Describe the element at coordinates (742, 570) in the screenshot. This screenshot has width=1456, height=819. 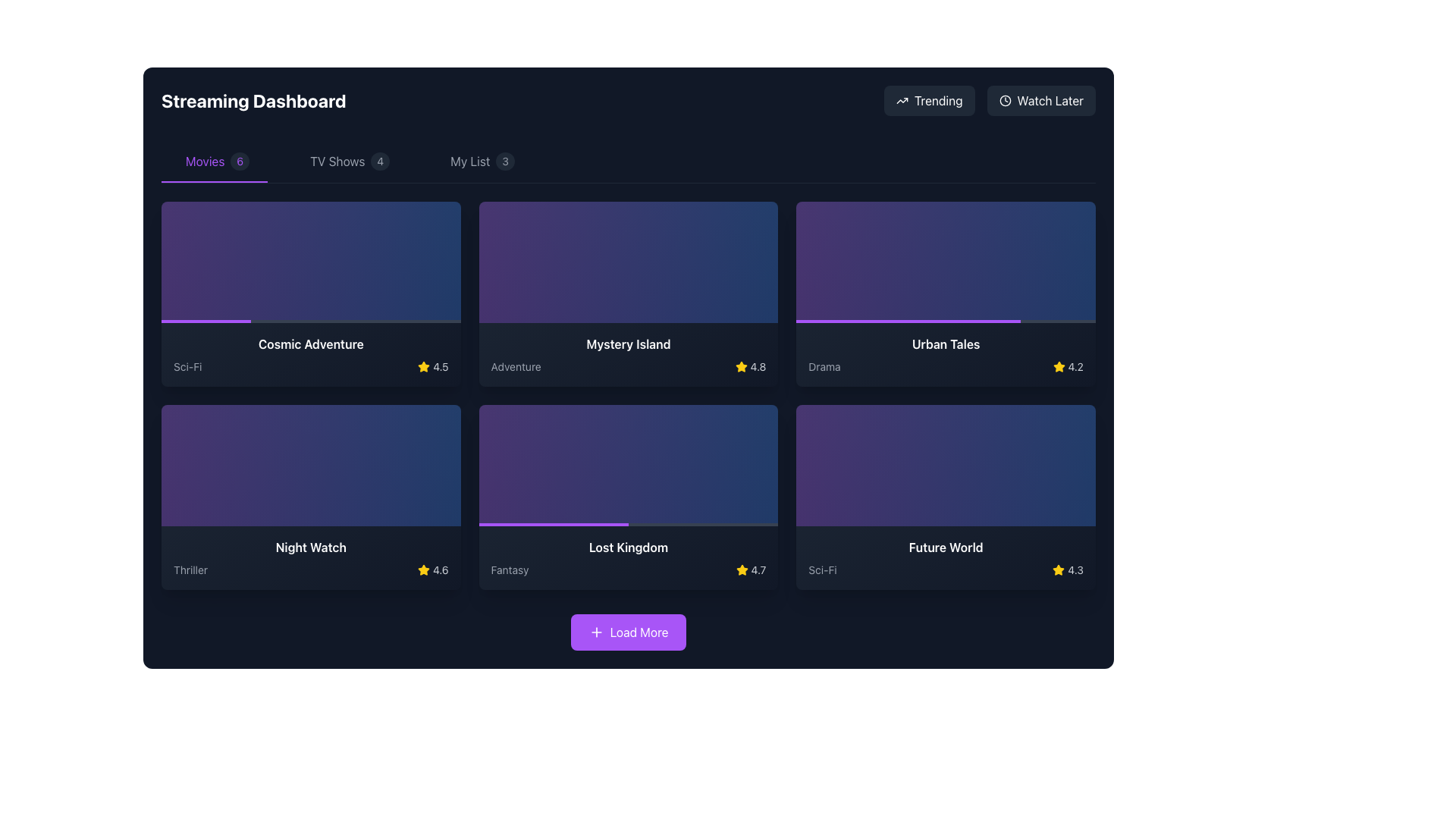
I see `the yellow star icon representing the rating for the movie 'Lost Kingdom', located next to the numeric rating '4.7' and the label 'Fantasy'` at that location.